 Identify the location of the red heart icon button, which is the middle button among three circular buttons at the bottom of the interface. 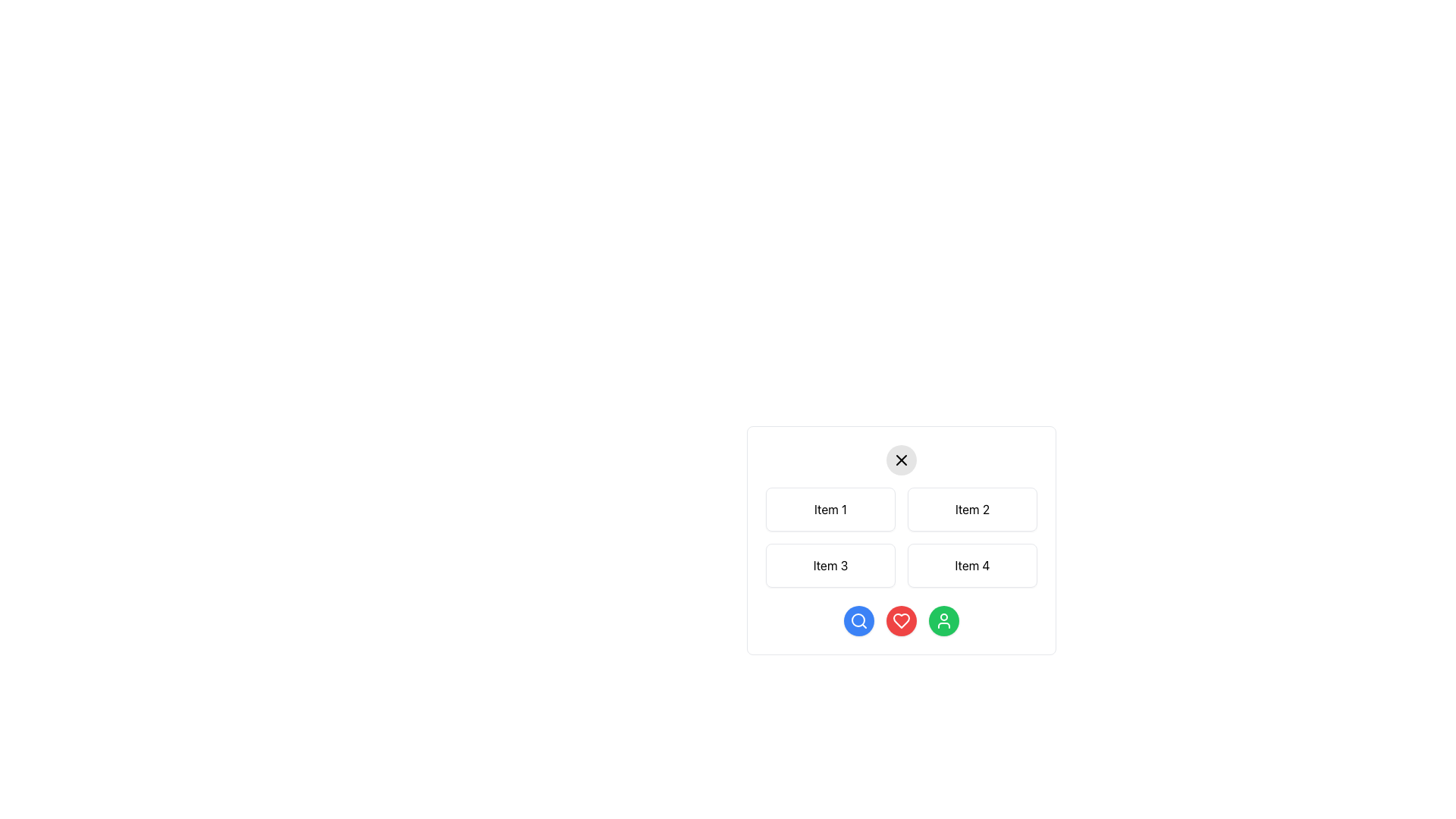
(902, 620).